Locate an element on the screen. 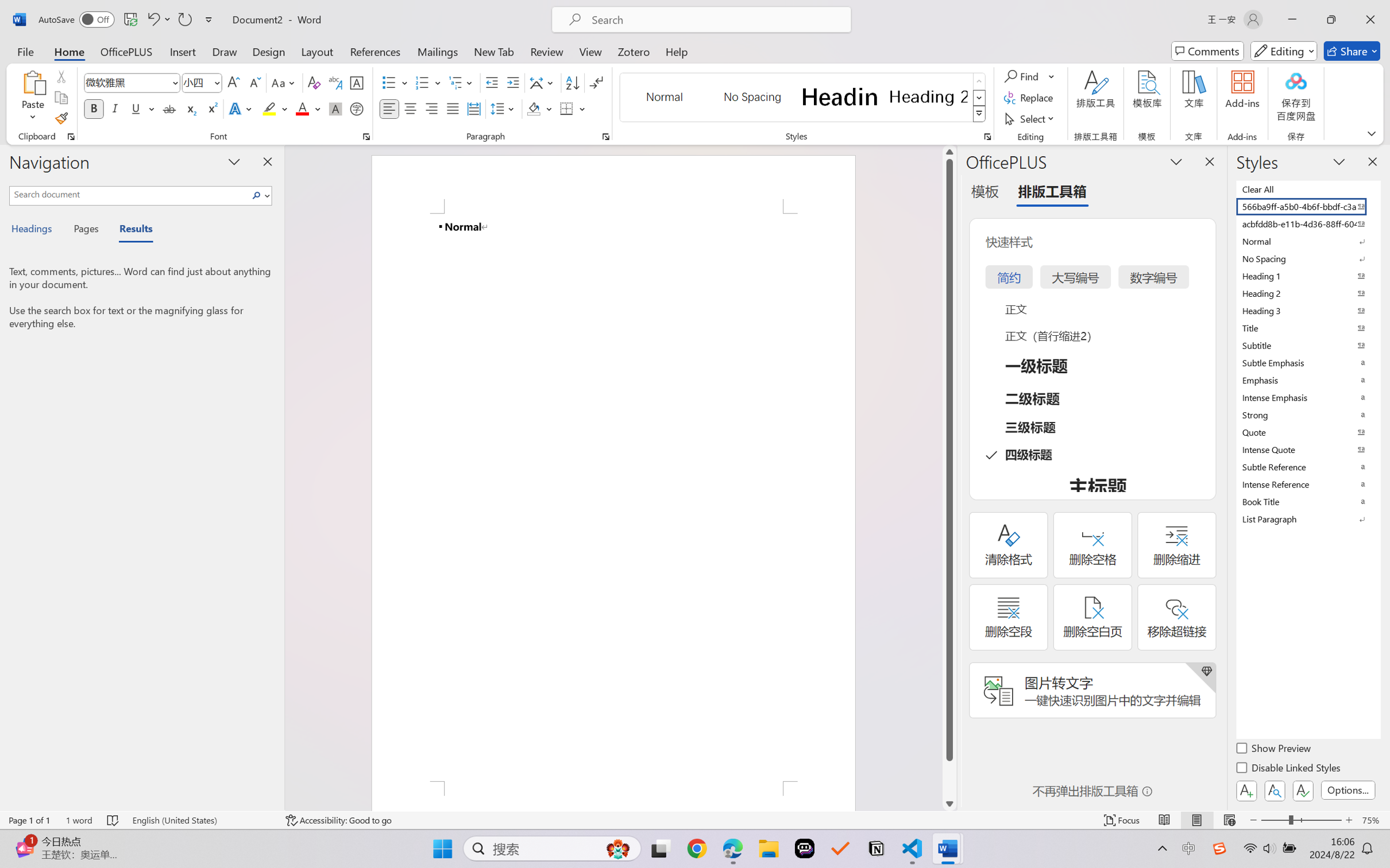 The width and height of the screenshot is (1390, 868). 'Show Preview' is located at coordinates (1274, 749).